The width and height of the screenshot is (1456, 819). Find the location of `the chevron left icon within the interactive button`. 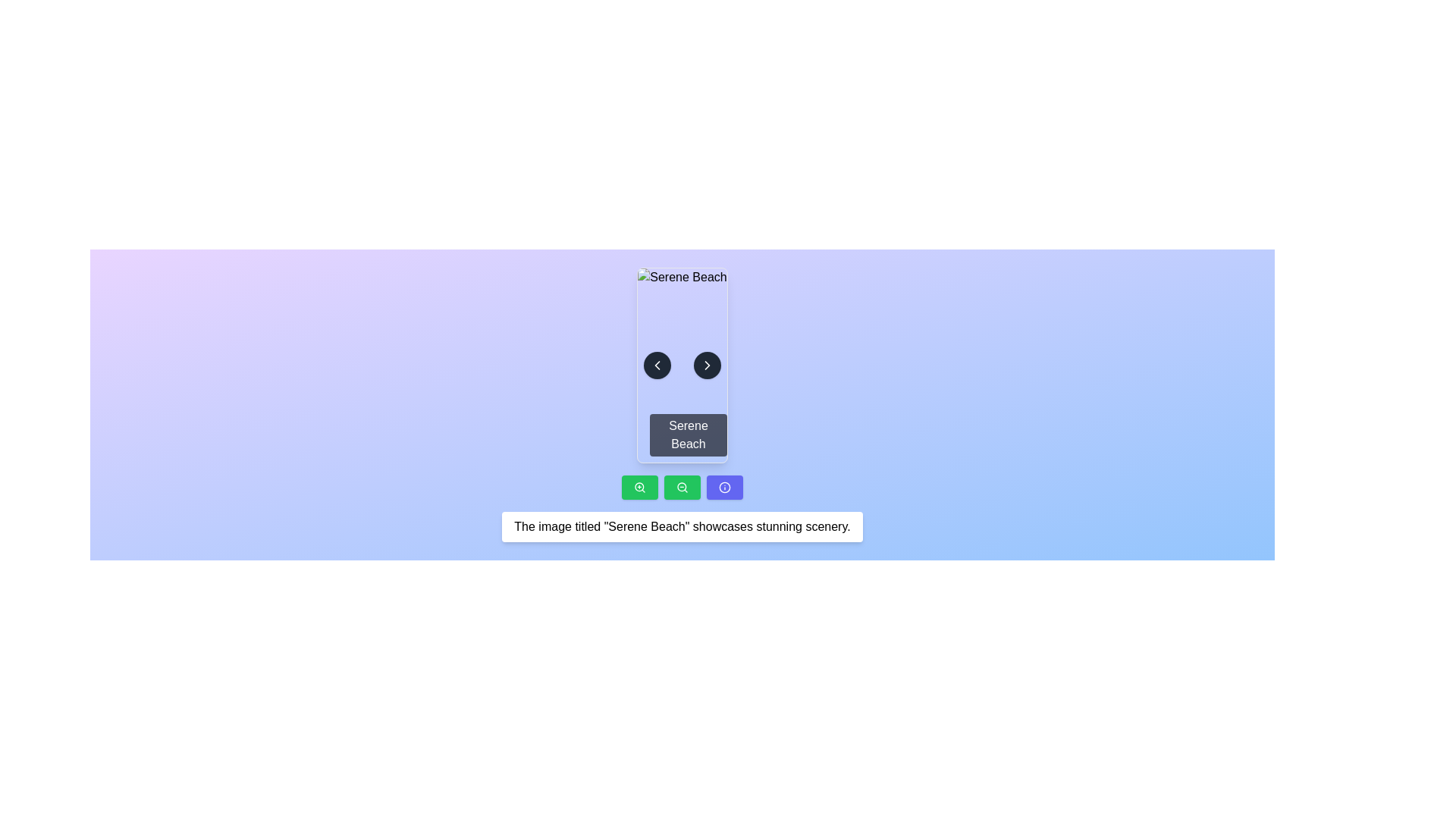

the chevron left icon within the interactive button is located at coordinates (657, 366).